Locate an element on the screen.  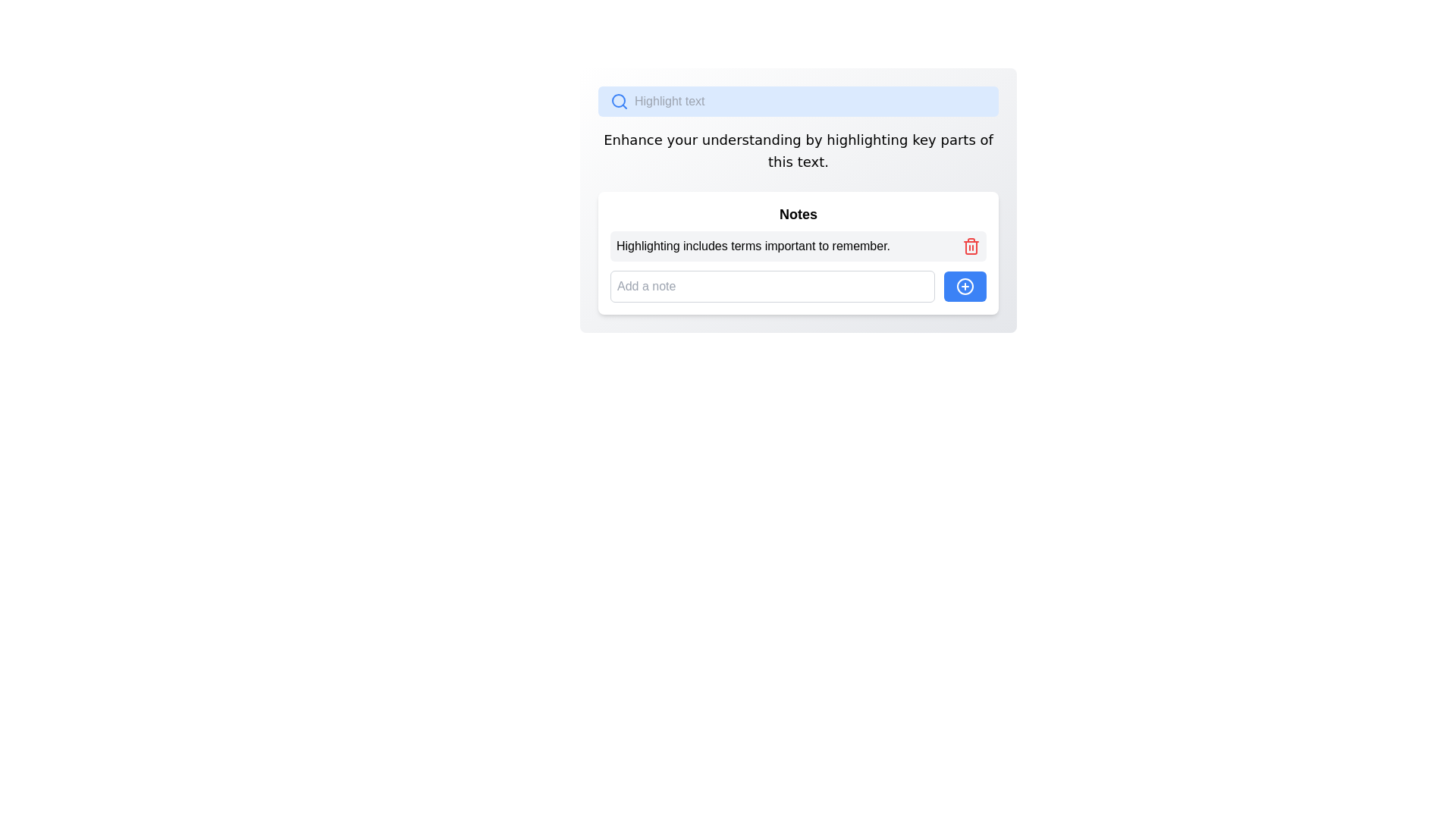
the letter 'n' in the word 'understanding' within the phrase 'Enhance your understanding by highlighting key parts of this text.' is located at coordinates (767, 140).